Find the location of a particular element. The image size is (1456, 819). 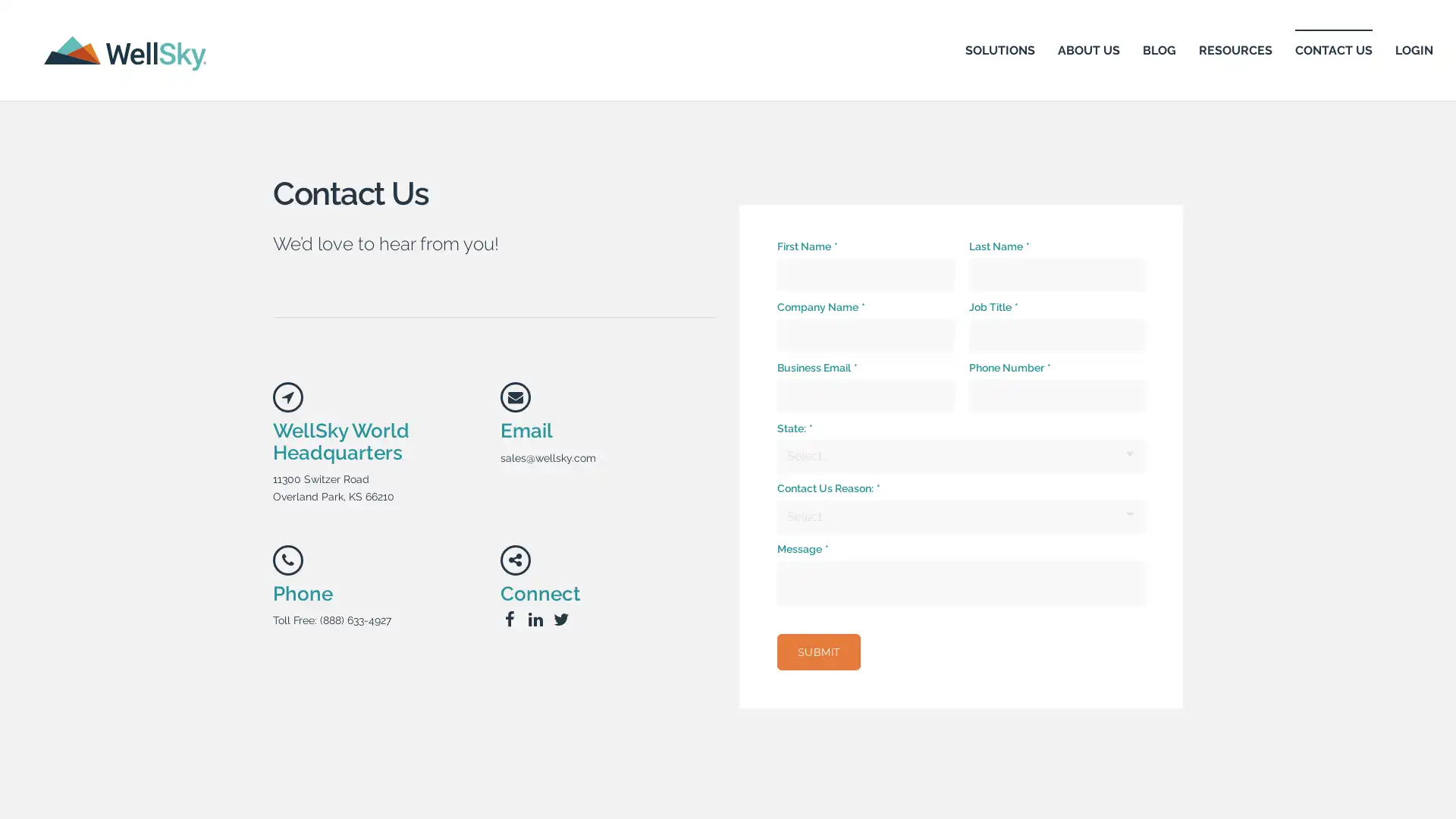

SUBMIT is located at coordinates (818, 651).